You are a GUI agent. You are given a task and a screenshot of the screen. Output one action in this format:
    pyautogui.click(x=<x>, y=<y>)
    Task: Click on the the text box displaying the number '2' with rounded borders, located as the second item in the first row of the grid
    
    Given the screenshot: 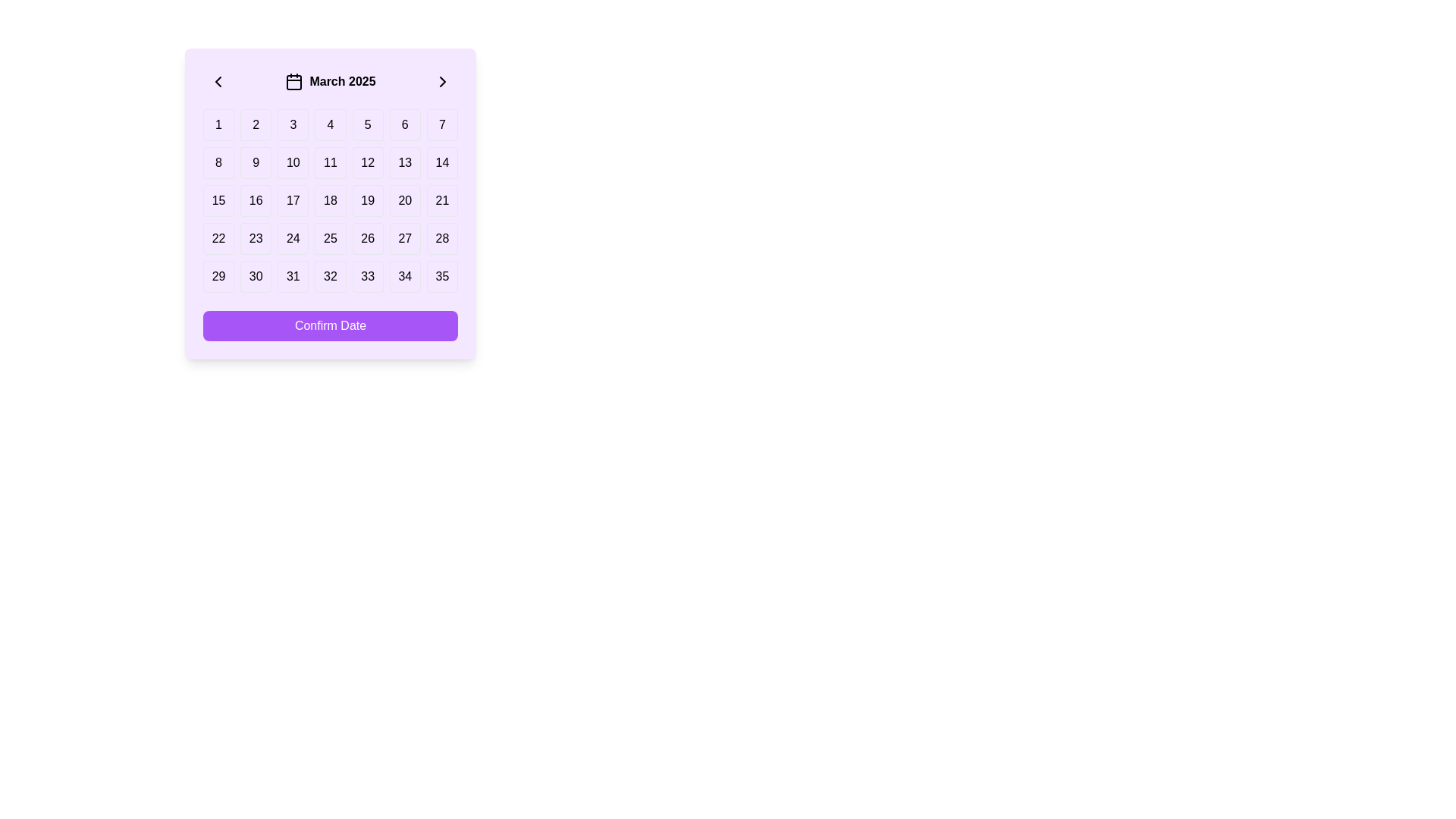 What is the action you would take?
    pyautogui.click(x=256, y=124)
    